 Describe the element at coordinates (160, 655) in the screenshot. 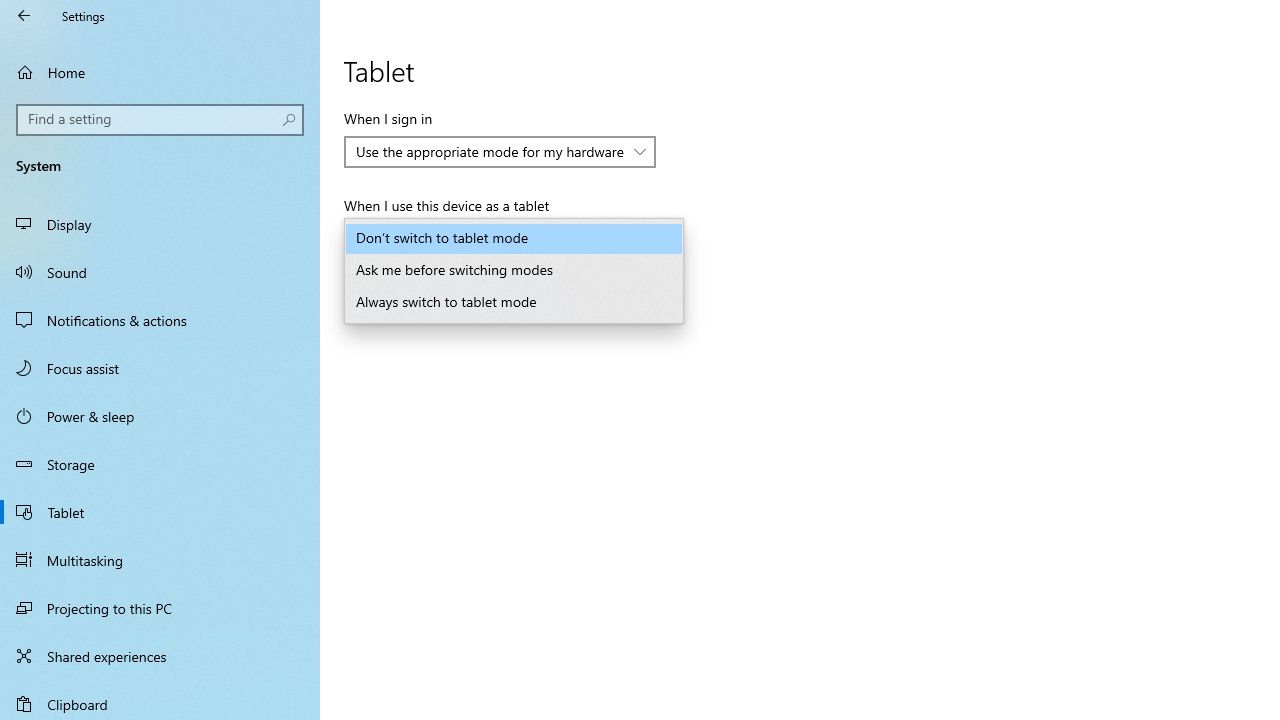

I see `'Shared experiences'` at that location.